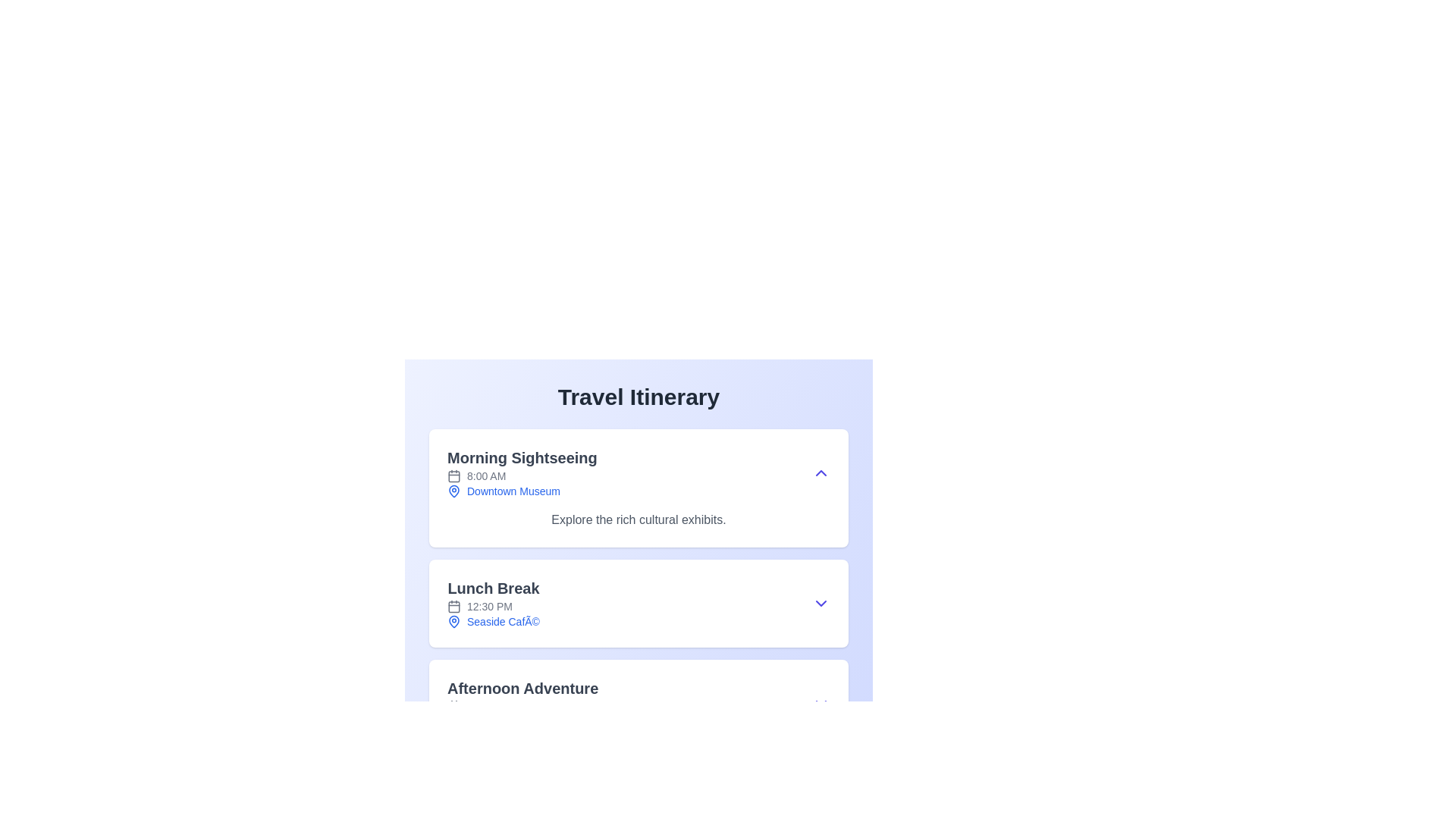 Image resolution: width=1456 pixels, height=819 pixels. What do you see at coordinates (503, 622) in the screenshot?
I see `the blue-colored text 'Seaside Café', which is styled with a serif font and underlined, located below the 'Lunch Break' header at 12:30 PM` at bounding box center [503, 622].